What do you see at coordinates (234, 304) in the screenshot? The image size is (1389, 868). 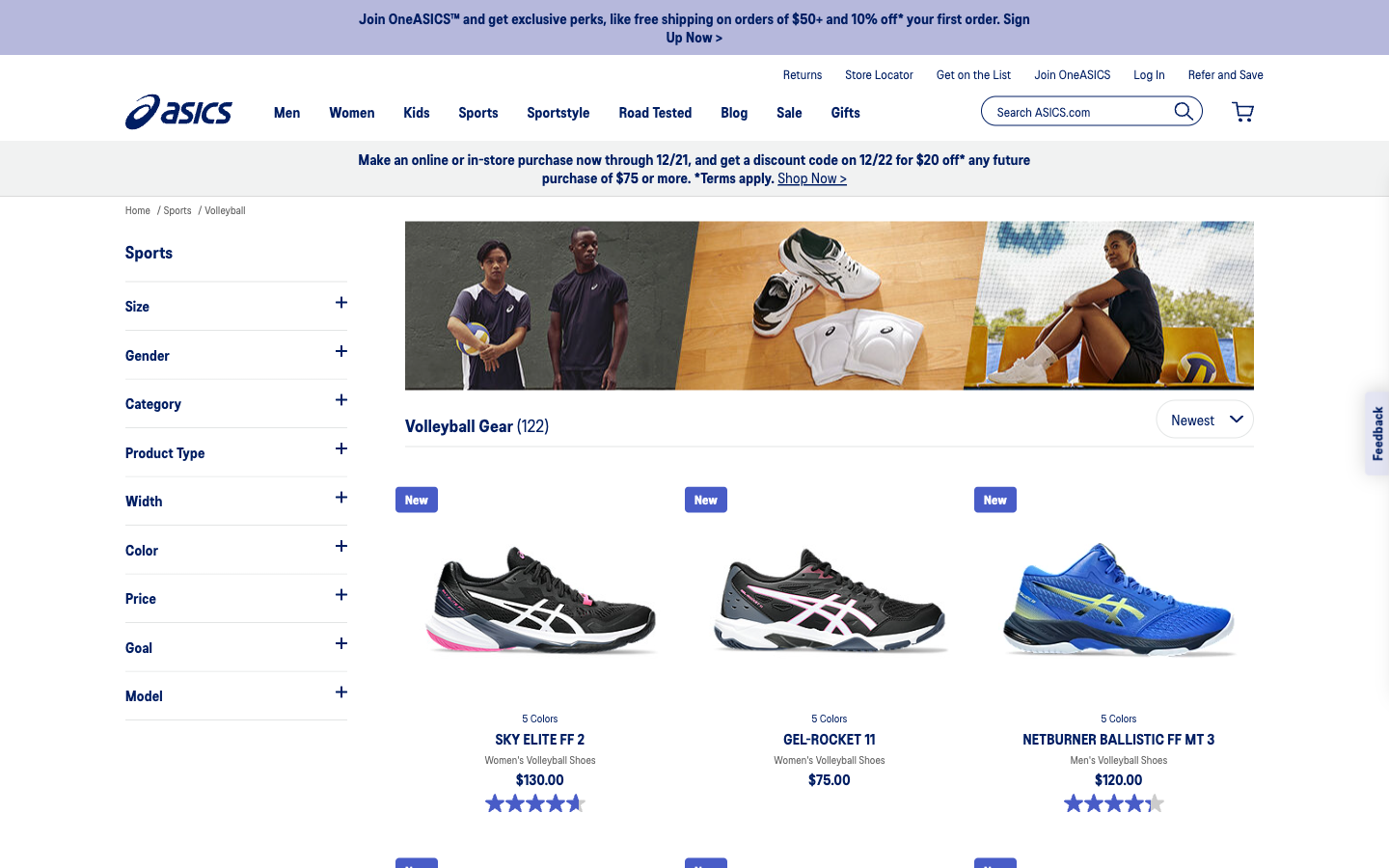 I see `filter based on shoe size` at bounding box center [234, 304].